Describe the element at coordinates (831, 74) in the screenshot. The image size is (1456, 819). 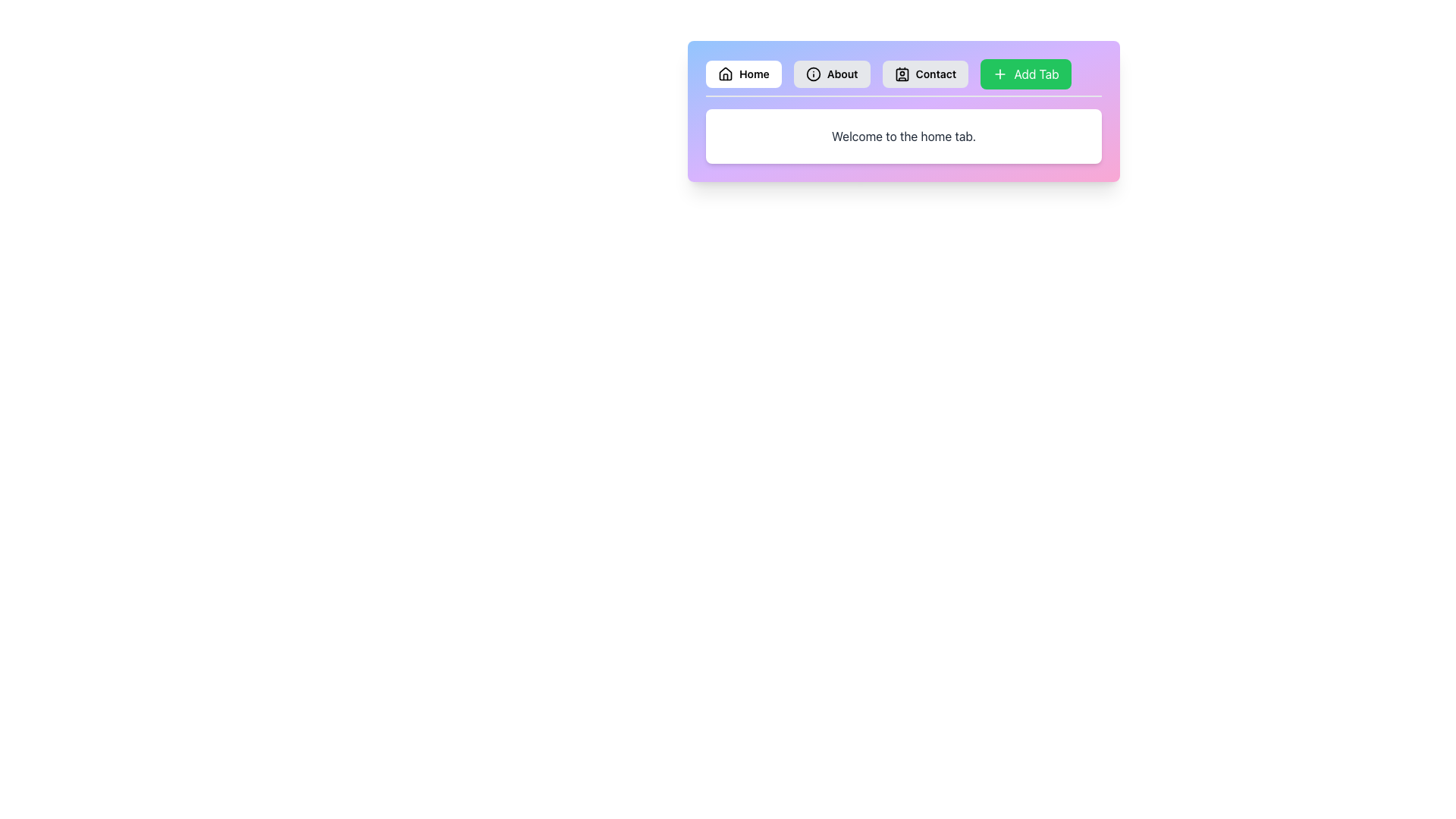
I see `the second button in the horizontal navigation bar, which serves as a navigation tool to the 'About' page or section` at that location.